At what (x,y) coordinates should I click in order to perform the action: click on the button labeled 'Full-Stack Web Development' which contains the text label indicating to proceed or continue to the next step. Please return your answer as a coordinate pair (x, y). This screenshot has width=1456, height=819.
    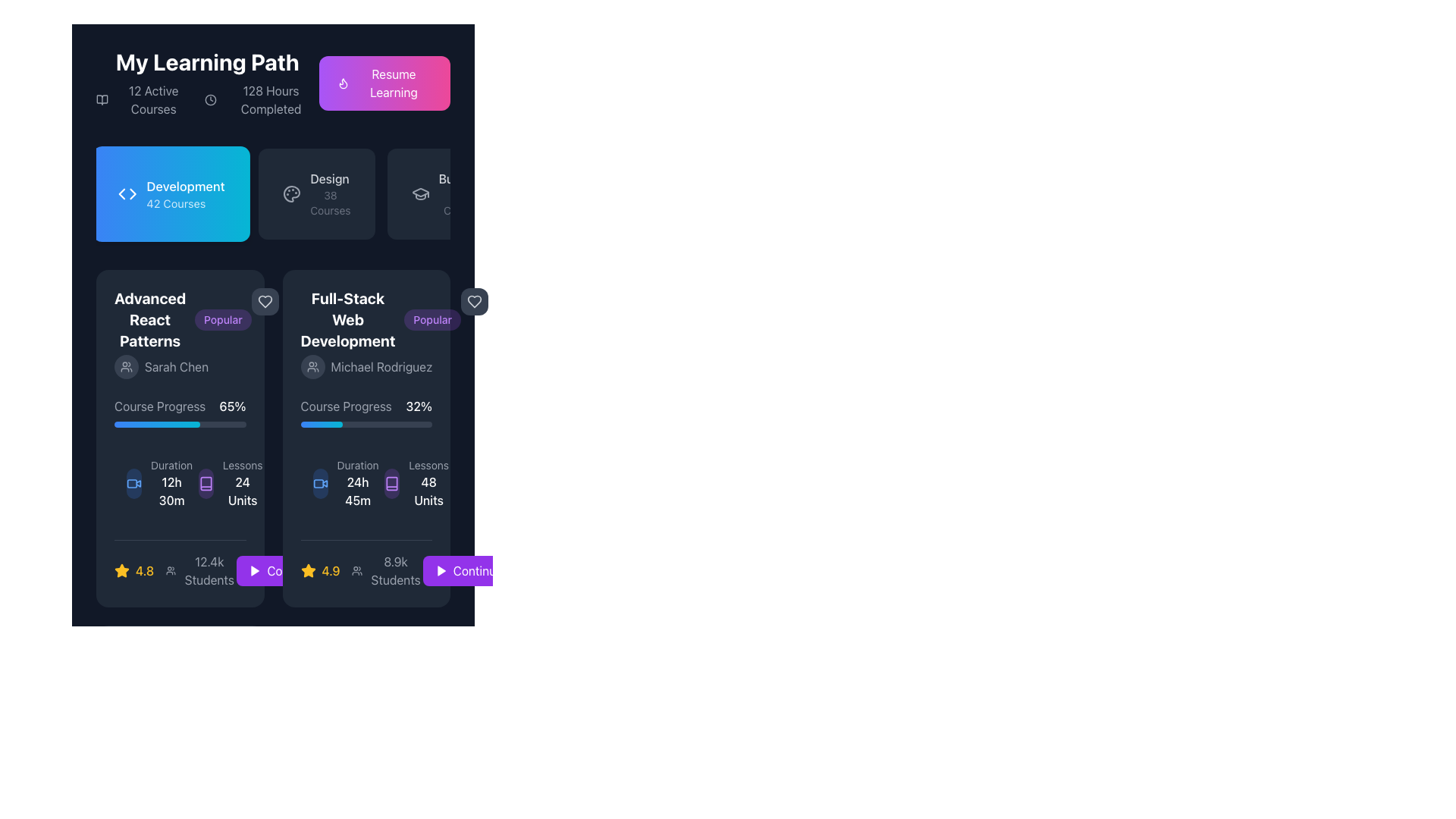
    Looking at the image, I should click on (477, 570).